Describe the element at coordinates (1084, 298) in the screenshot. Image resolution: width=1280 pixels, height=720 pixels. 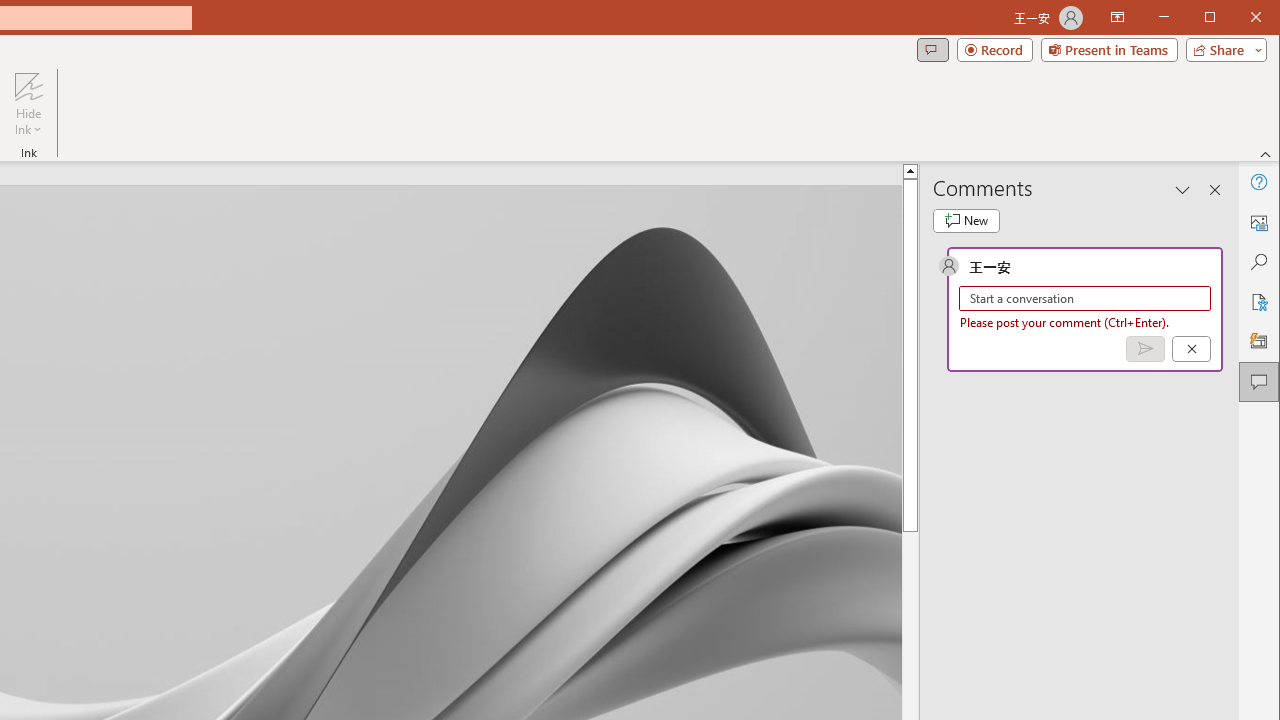
I see `'Start a conversation'` at that location.